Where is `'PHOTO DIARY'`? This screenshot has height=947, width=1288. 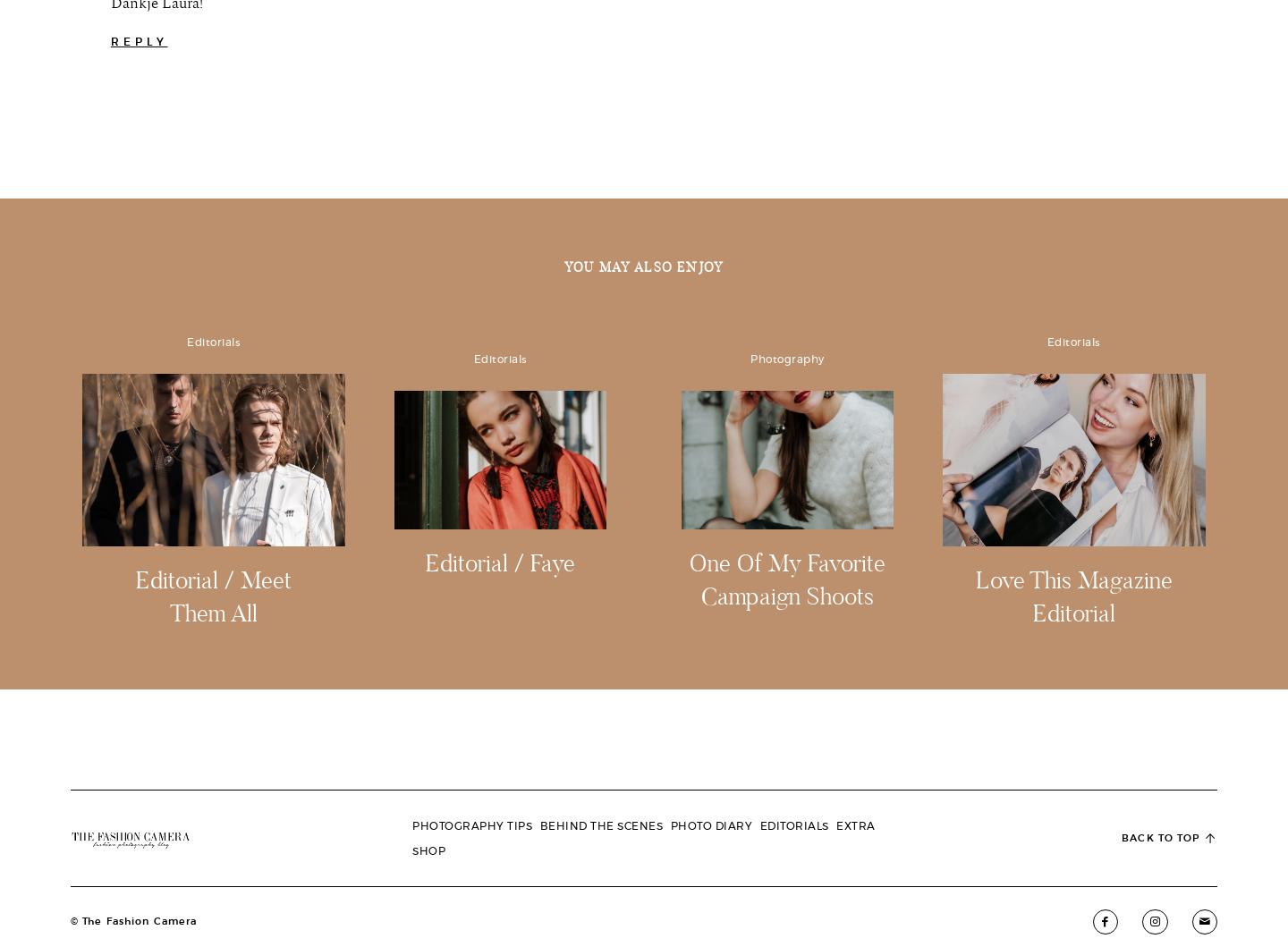
'PHOTO DIARY' is located at coordinates (711, 824).